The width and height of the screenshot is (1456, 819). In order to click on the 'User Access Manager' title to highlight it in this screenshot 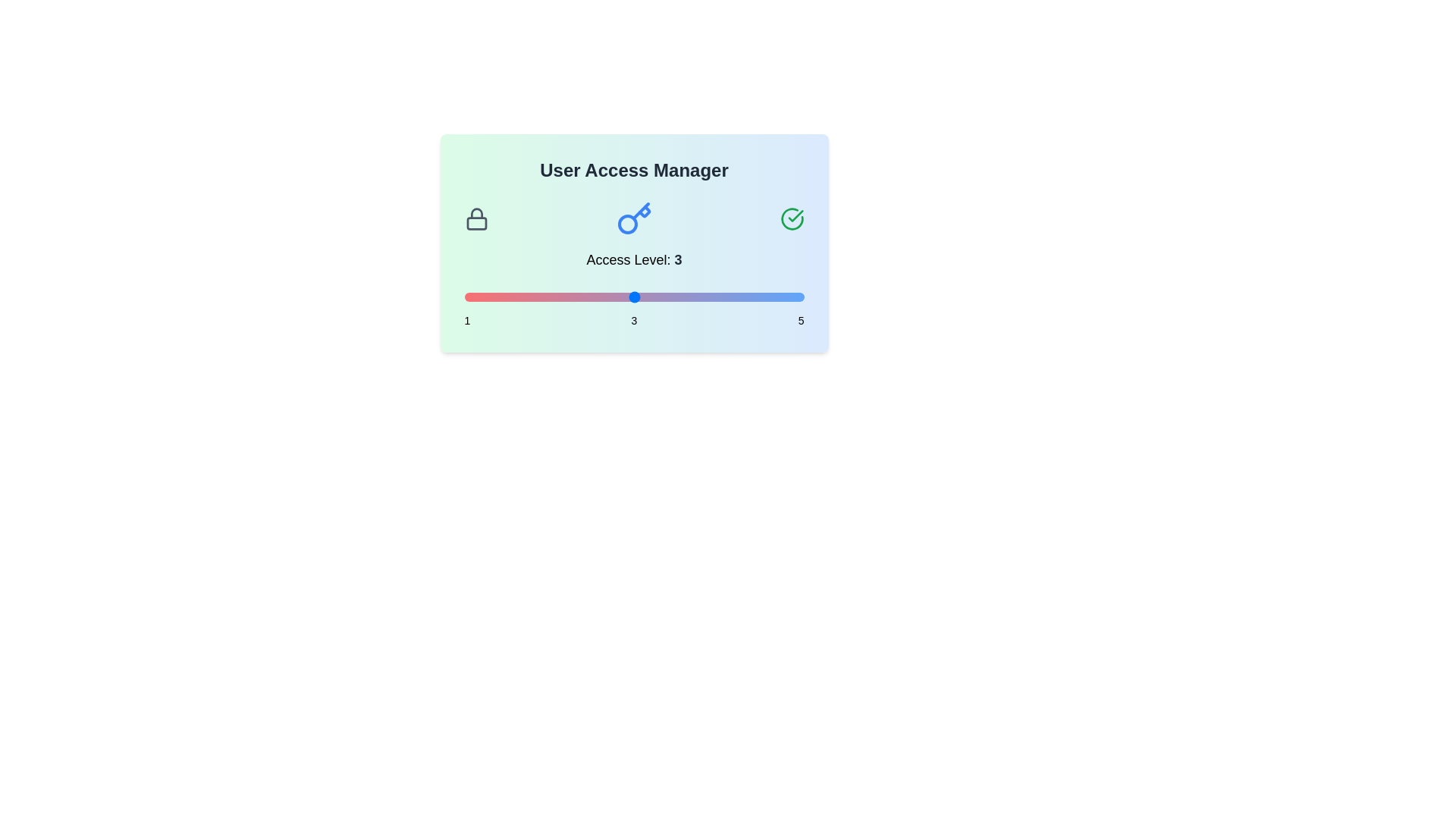, I will do `click(634, 170)`.